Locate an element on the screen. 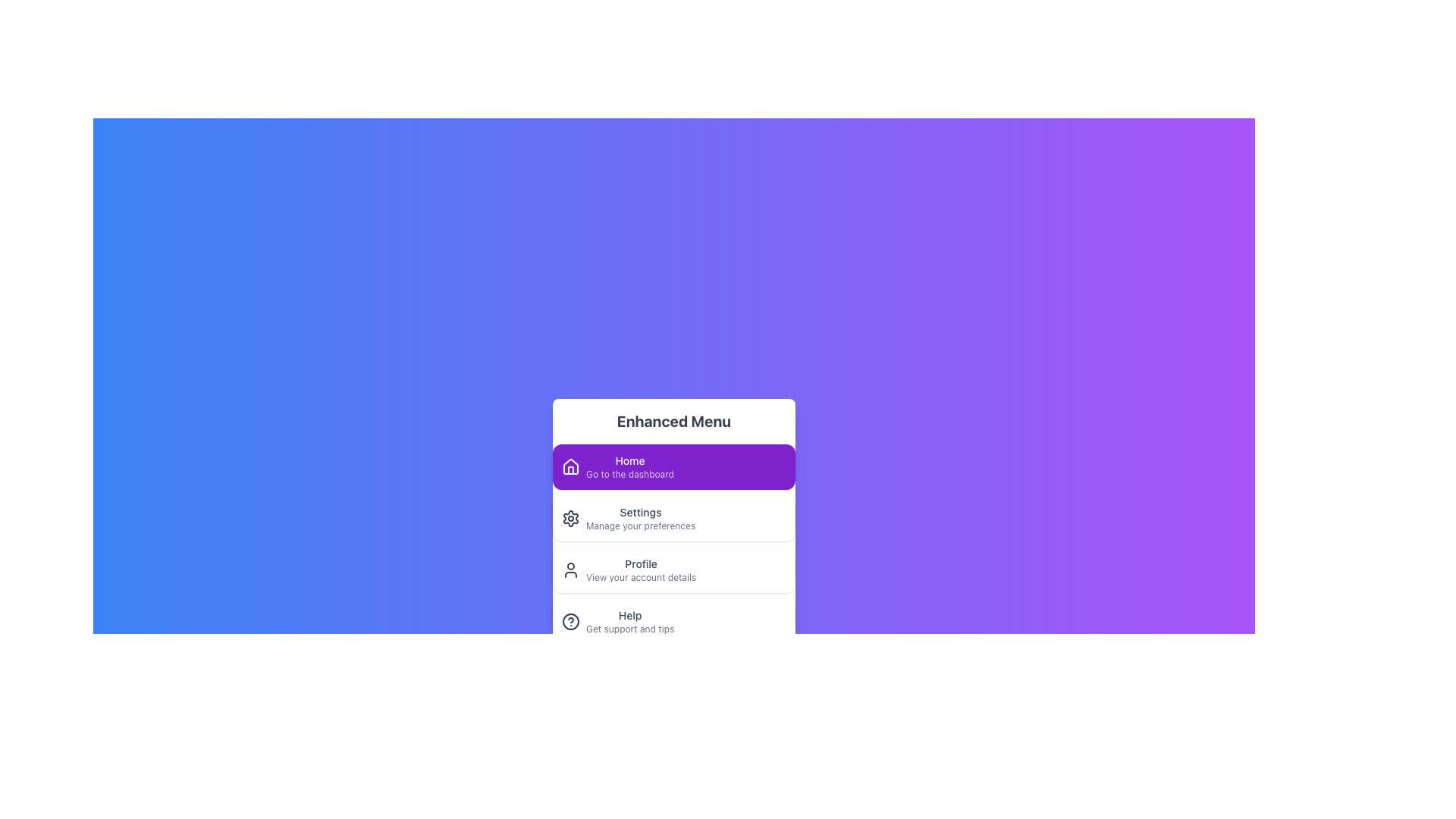 This screenshot has height=819, width=1456. the 'Help' icon located in the lower part of the vertical menu, adjacent to the 'Help' label is located at coordinates (570, 622).